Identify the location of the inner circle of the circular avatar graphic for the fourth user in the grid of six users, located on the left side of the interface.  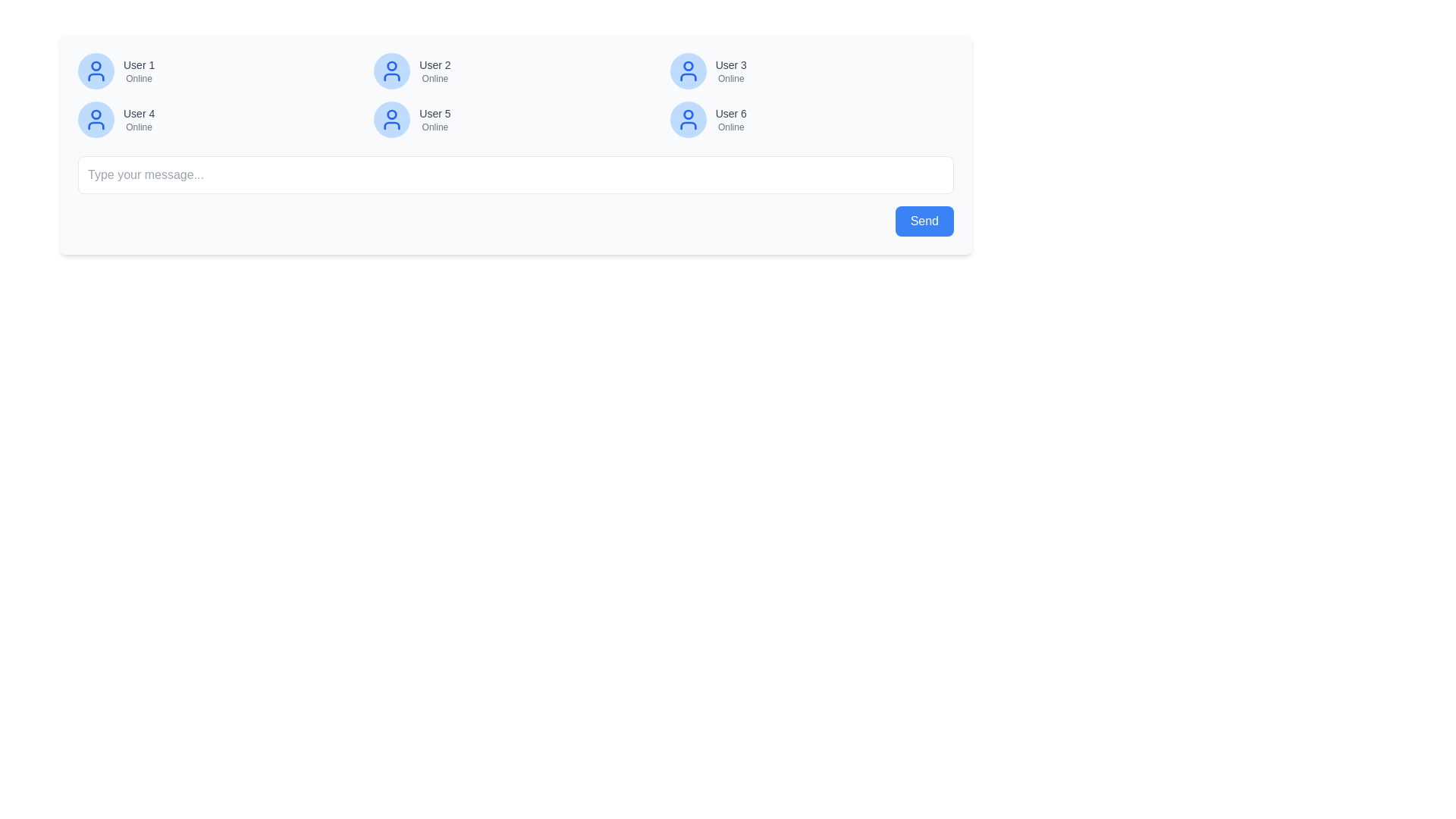
(95, 114).